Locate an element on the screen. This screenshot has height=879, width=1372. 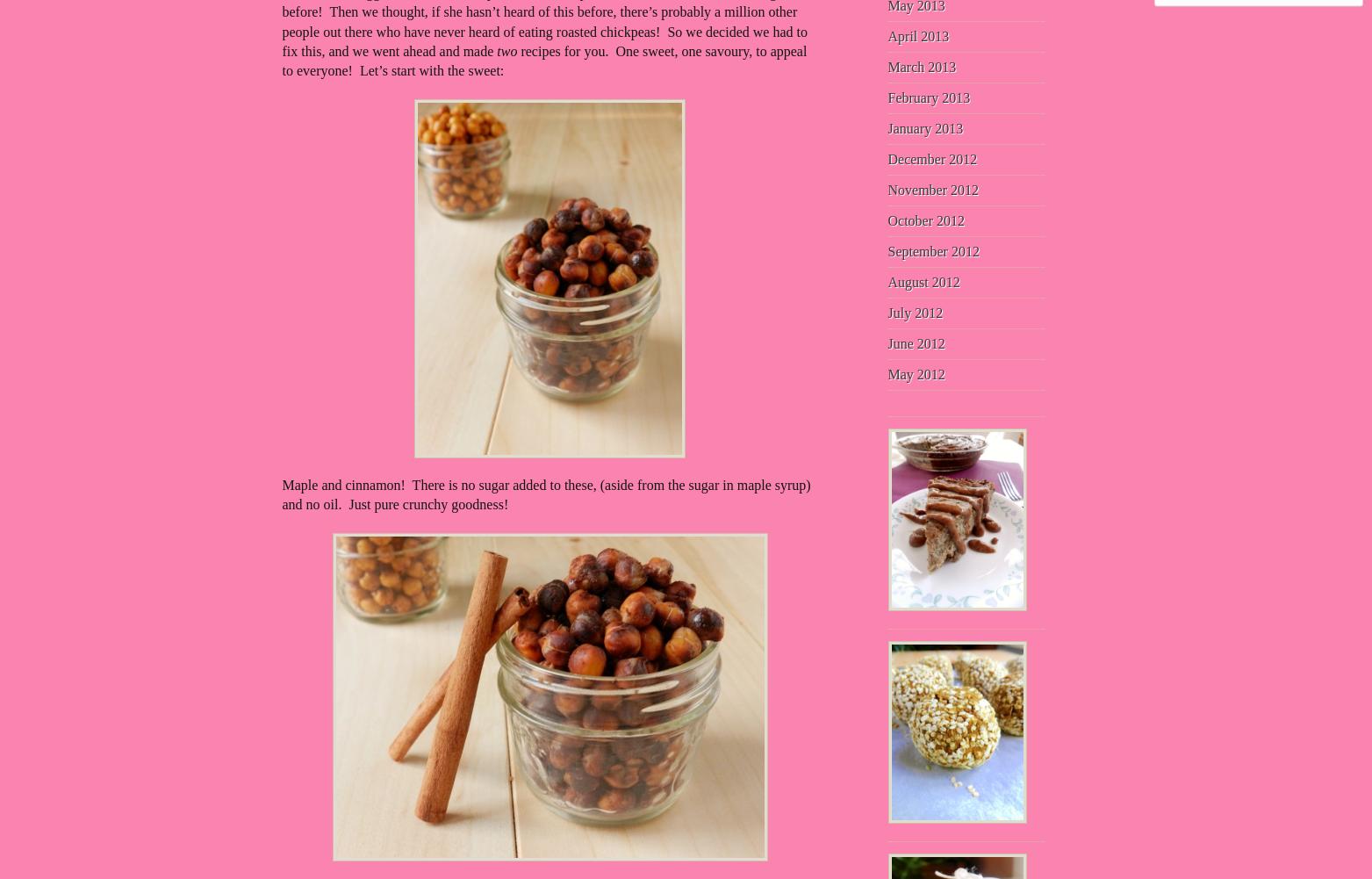
'recipes for you.  One sweet, one savoury, to appeal to everyone!  Let’s start with the sweet:' is located at coordinates (282, 60).